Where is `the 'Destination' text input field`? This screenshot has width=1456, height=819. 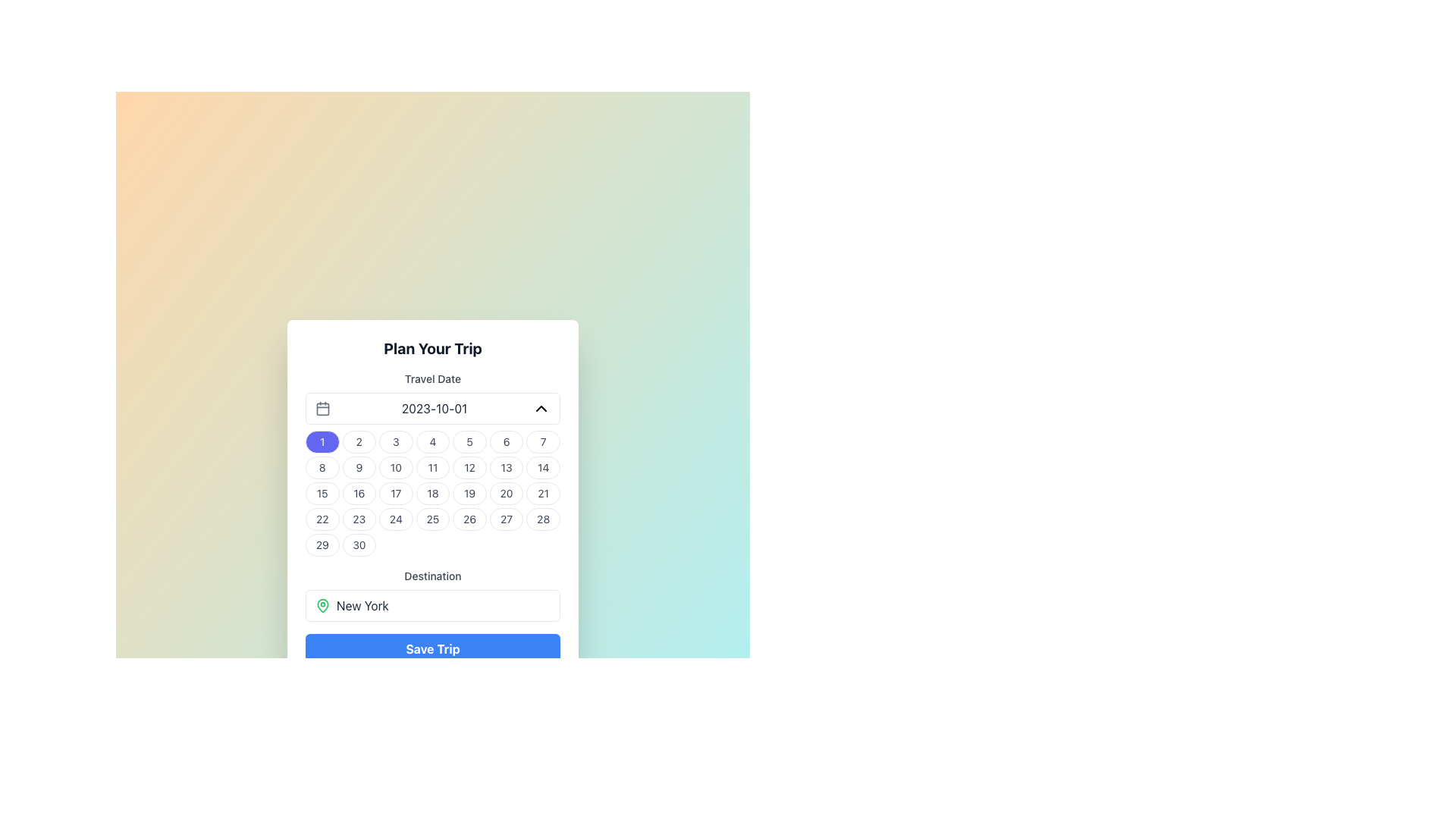 the 'Destination' text input field is located at coordinates (432, 595).